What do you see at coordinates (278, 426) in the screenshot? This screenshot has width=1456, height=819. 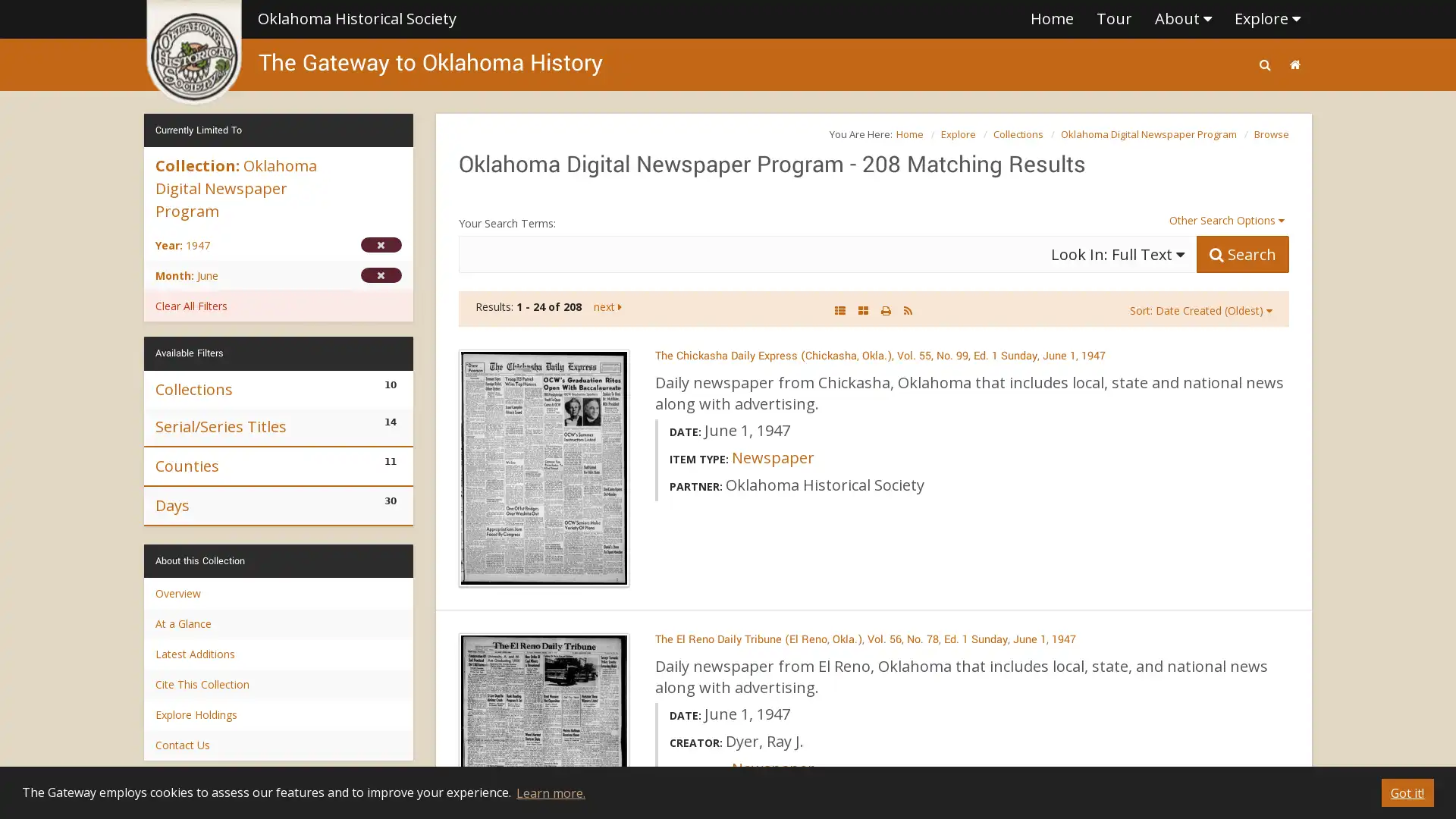 I see `Filter these results to one of 14 Serial/Series Titles` at bounding box center [278, 426].